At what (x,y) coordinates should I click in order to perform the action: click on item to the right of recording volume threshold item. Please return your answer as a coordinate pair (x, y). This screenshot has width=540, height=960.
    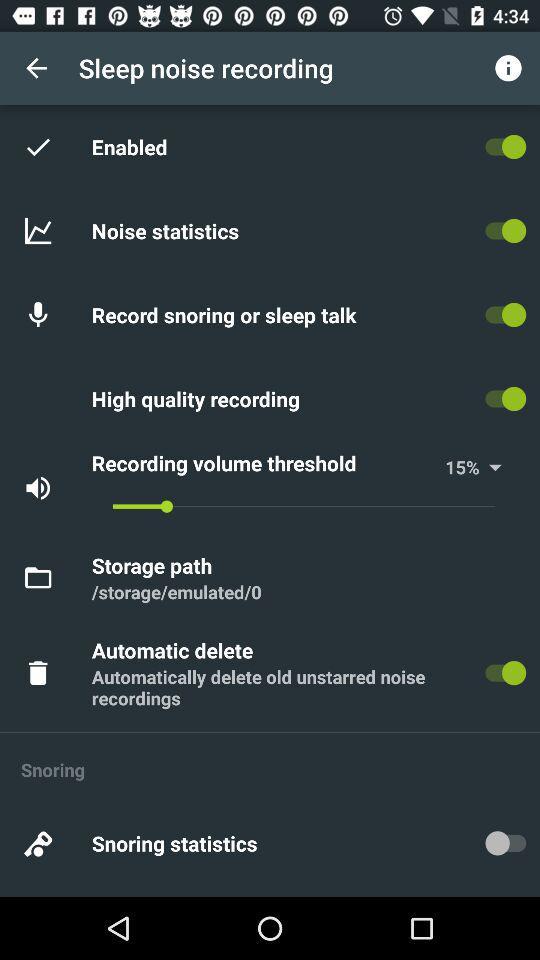
    Looking at the image, I should click on (455, 467).